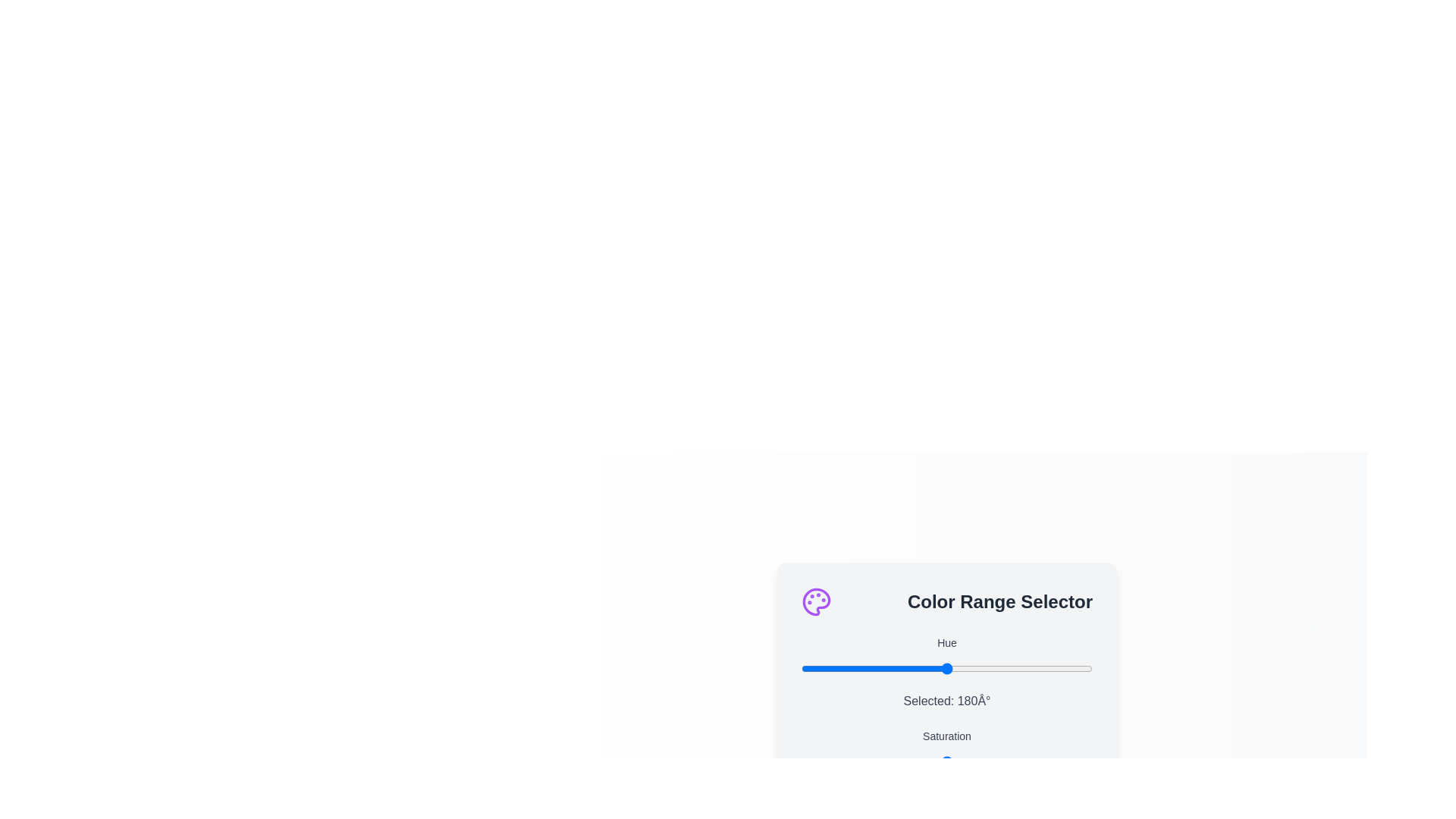 Image resolution: width=1456 pixels, height=819 pixels. What do you see at coordinates (937, 761) in the screenshot?
I see `the Hue value` at bounding box center [937, 761].